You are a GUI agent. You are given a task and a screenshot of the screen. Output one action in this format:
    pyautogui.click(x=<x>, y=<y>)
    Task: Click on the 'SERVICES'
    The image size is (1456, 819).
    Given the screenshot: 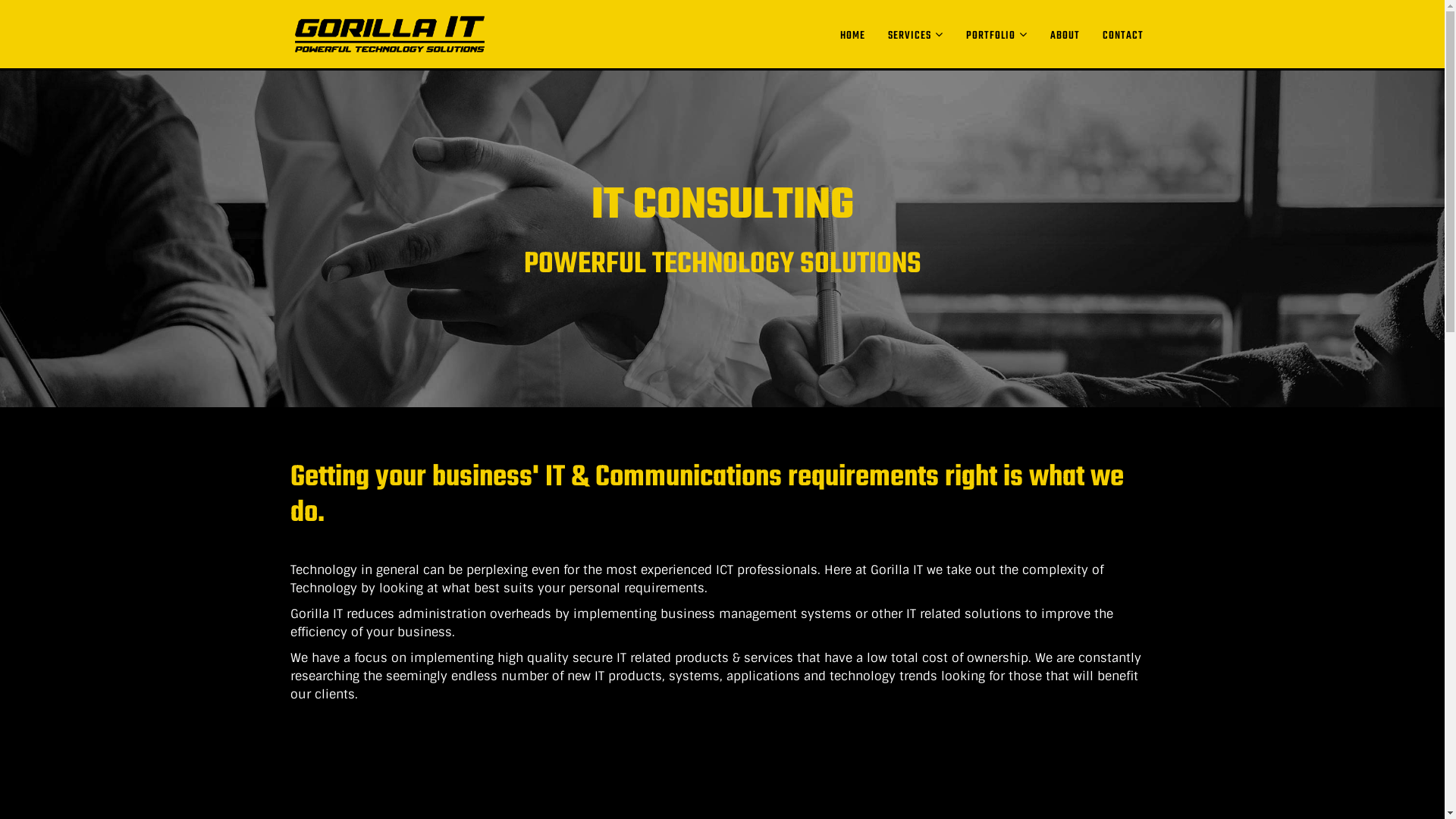 What is the action you would take?
    pyautogui.click(x=915, y=34)
    